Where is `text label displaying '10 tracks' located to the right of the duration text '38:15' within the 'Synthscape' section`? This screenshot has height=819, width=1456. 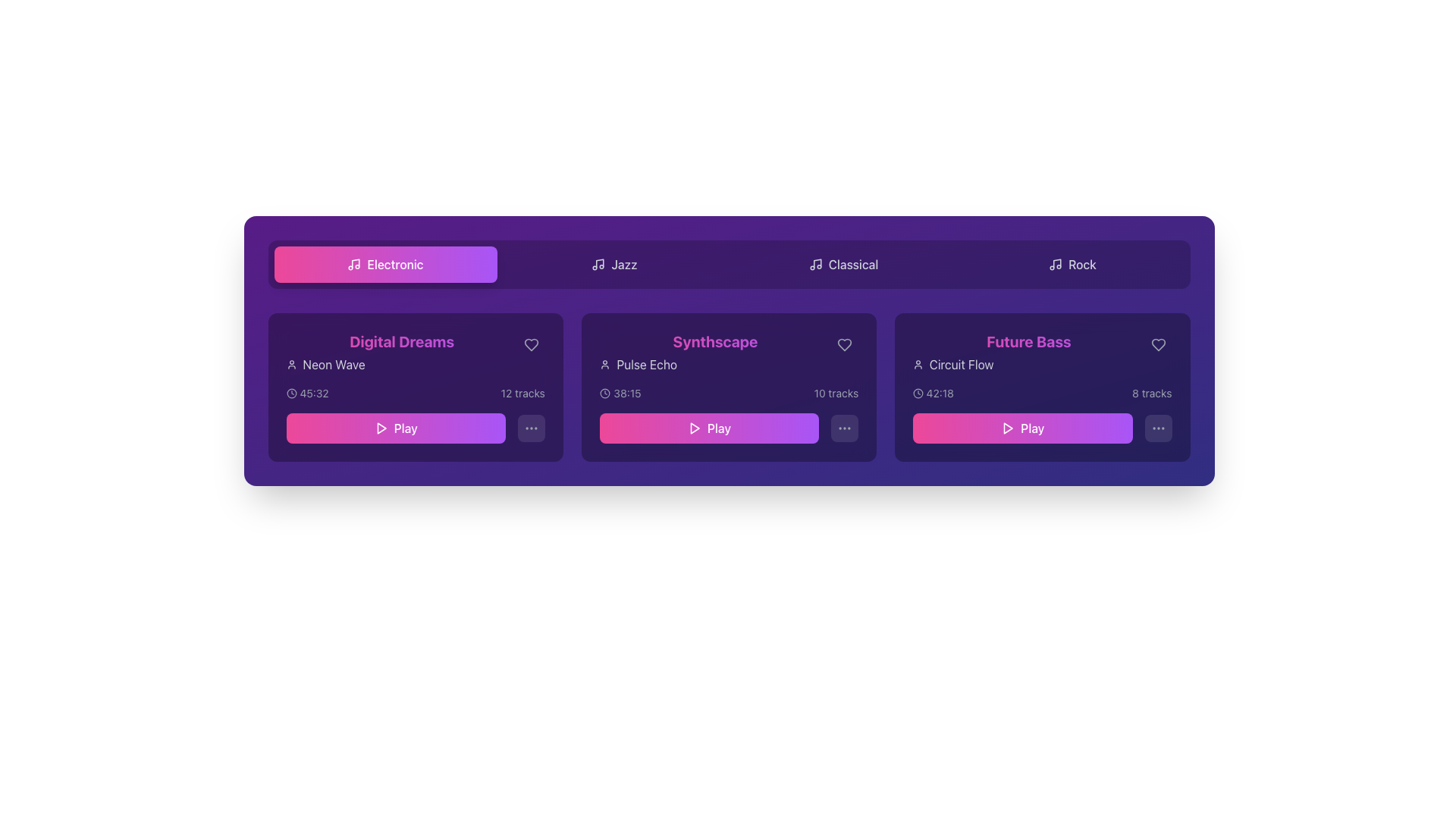
text label displaying '10 tracks' located to the right of the duration text '38:15' within the 'Synthscape' section is located at coordinates (835, 393).